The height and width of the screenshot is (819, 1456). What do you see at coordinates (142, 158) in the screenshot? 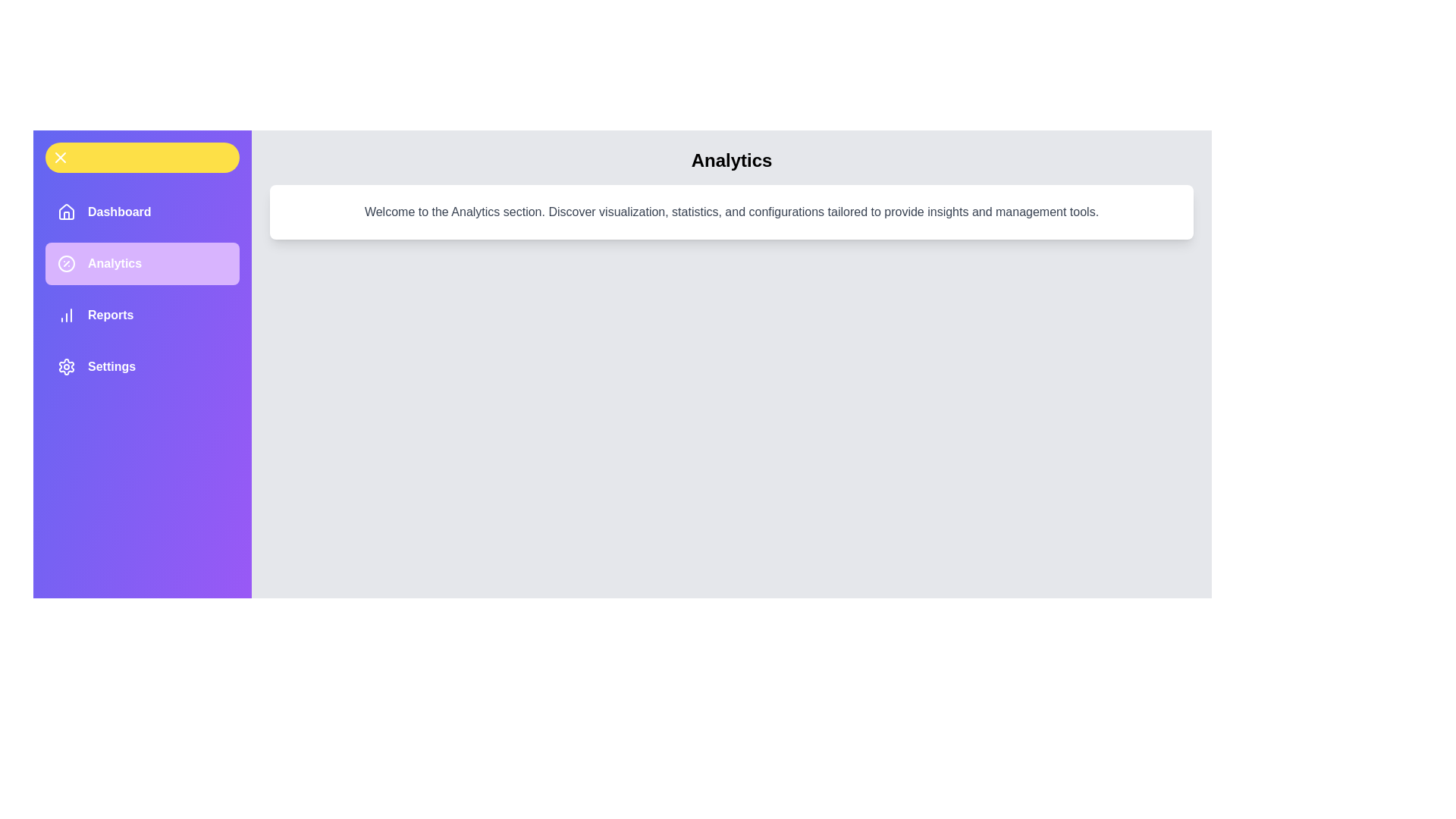
I see `the drawer toggle button to toggle the drawer open or closed` at bounding box center [142, 158].